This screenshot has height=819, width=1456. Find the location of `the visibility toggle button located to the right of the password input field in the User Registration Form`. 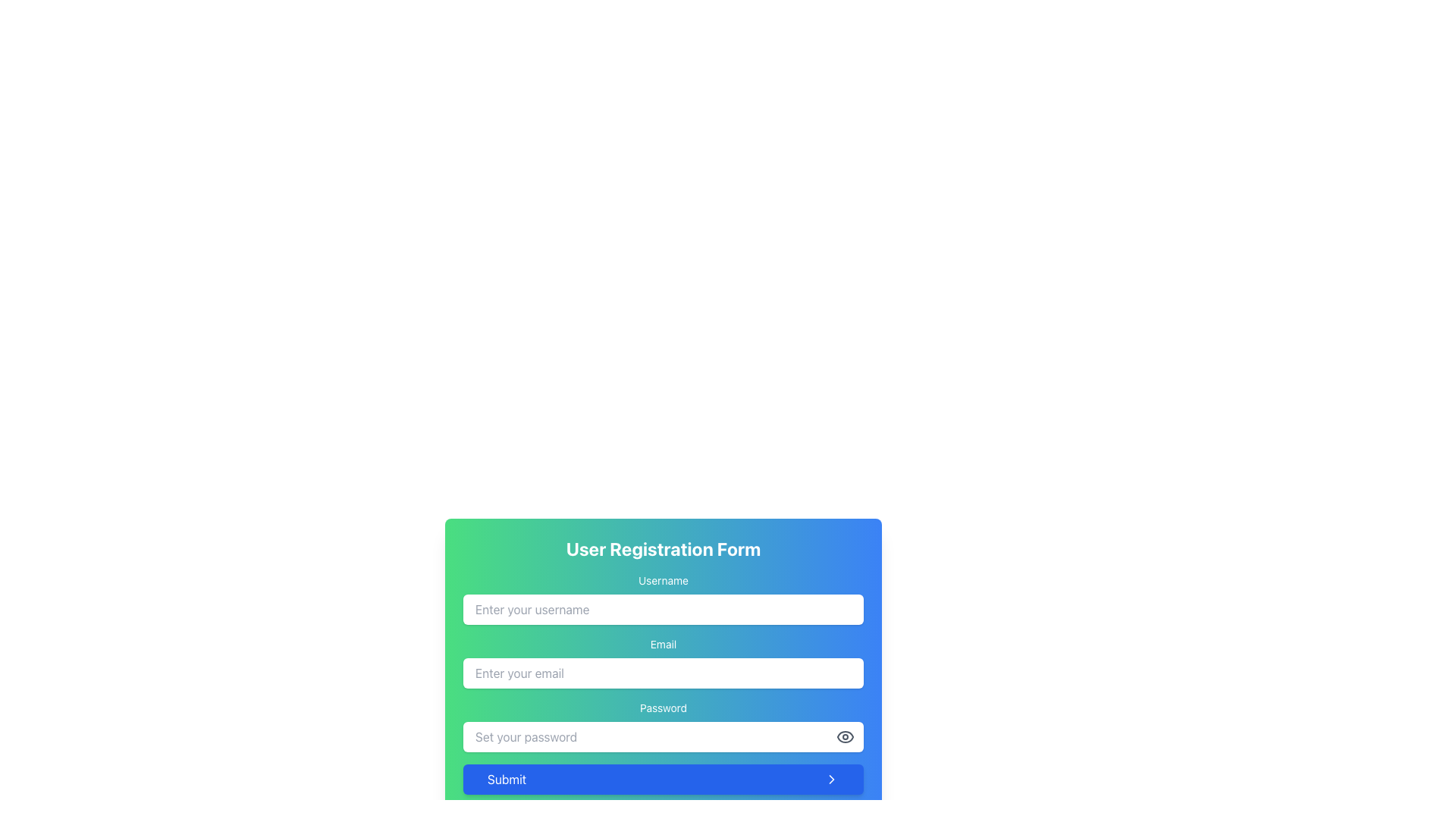

the visibility toggle button located to the right of the password input field in the User Registration Form is located at coordinates (844, 736).